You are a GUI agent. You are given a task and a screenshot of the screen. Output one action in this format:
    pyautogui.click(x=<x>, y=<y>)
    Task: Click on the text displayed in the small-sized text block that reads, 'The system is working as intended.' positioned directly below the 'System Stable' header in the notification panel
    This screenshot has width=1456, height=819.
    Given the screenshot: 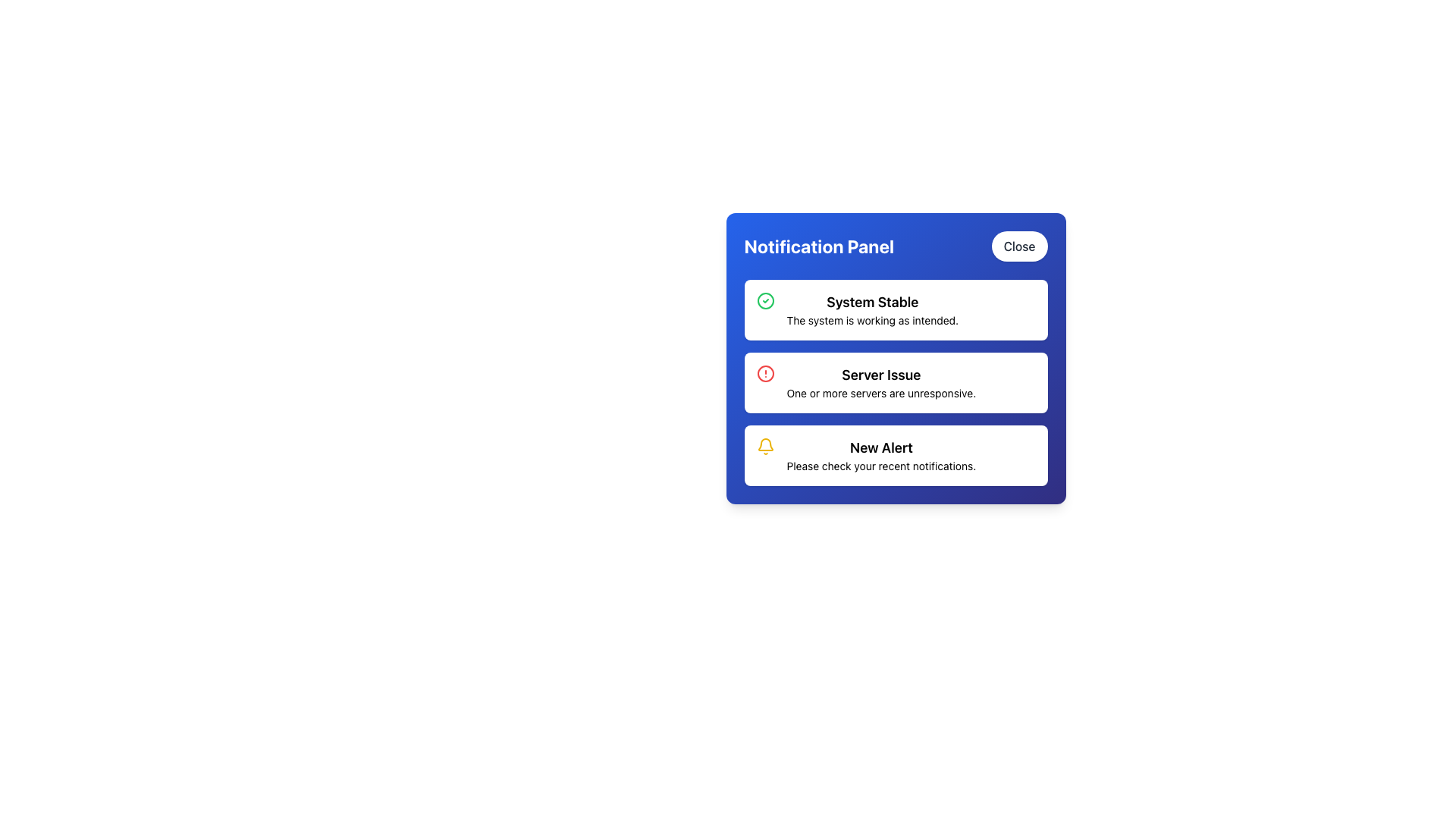 What is the action you would take?
    pyautogui.click(x=872, y=320)
    